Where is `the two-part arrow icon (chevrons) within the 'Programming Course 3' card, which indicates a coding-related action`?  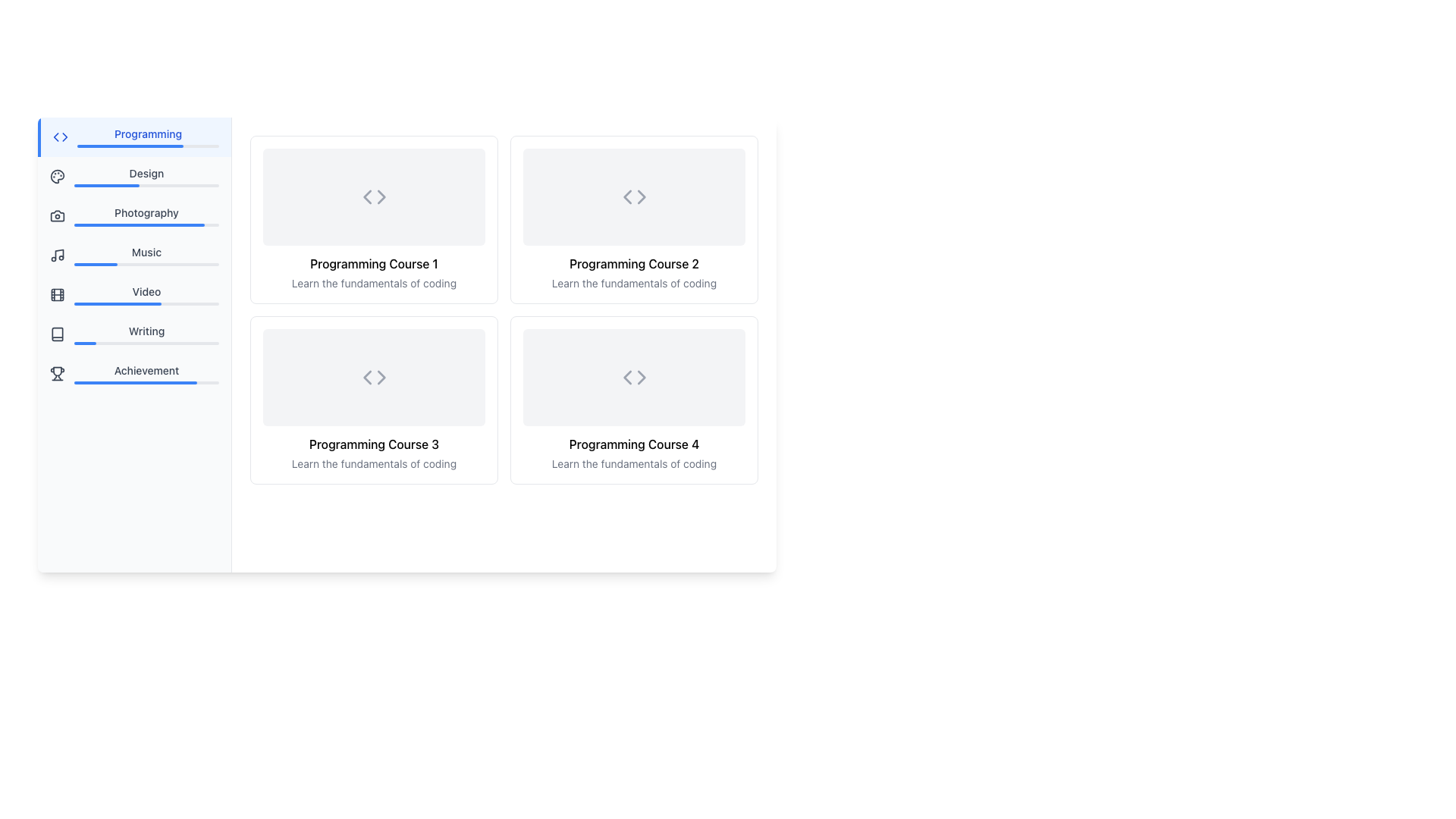 the two-part arrow icon (chevrons) within the 'Programming Course 3' card, which indicates a coding-related action is located at coordinates (374, 376).